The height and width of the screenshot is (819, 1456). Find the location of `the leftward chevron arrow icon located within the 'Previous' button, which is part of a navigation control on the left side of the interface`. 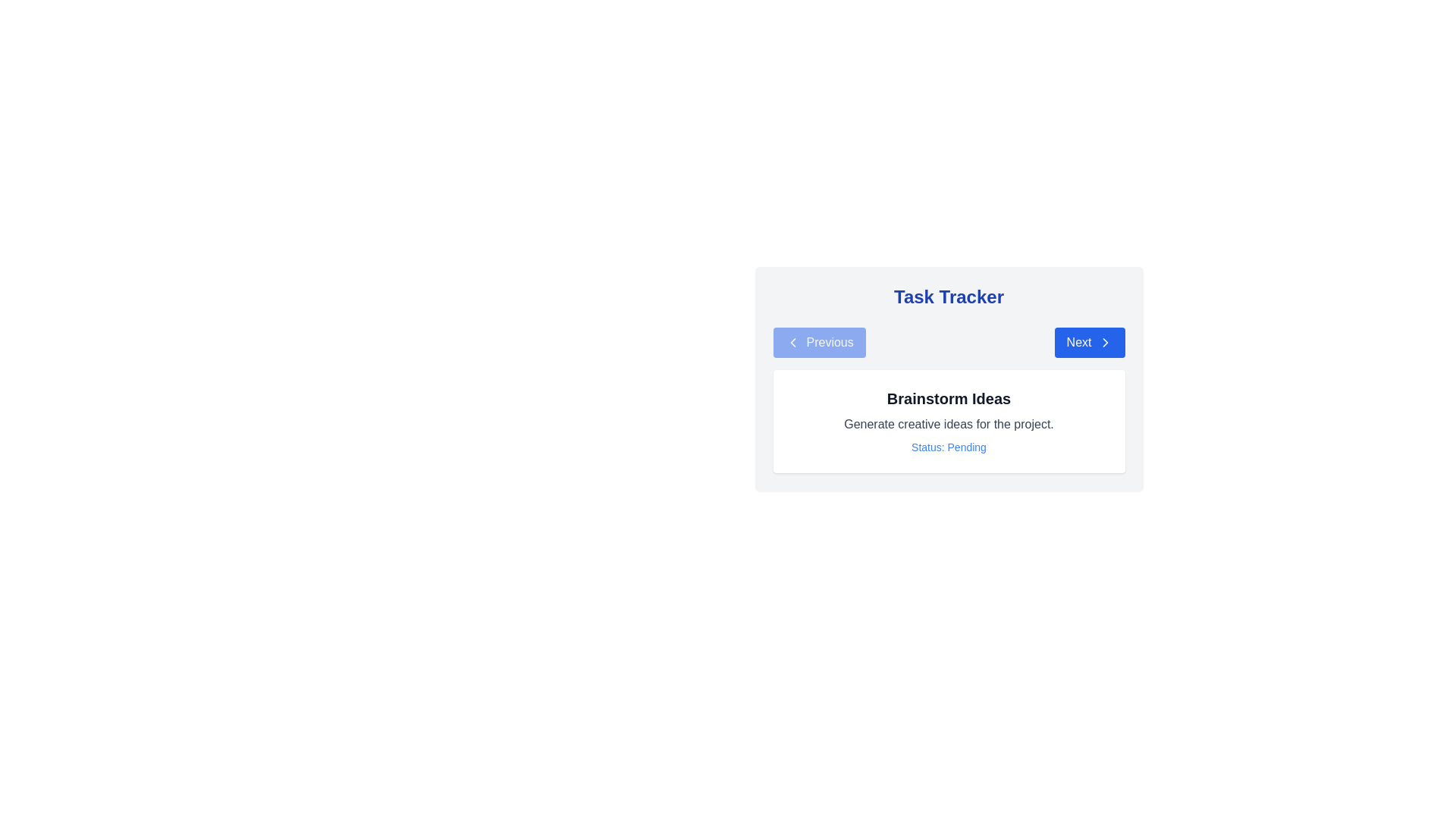

the leftward chevron arrow icon located within the 'Previous' button, which is part of a navigation control on the left side of the interface is located at coordinates (792, 342).